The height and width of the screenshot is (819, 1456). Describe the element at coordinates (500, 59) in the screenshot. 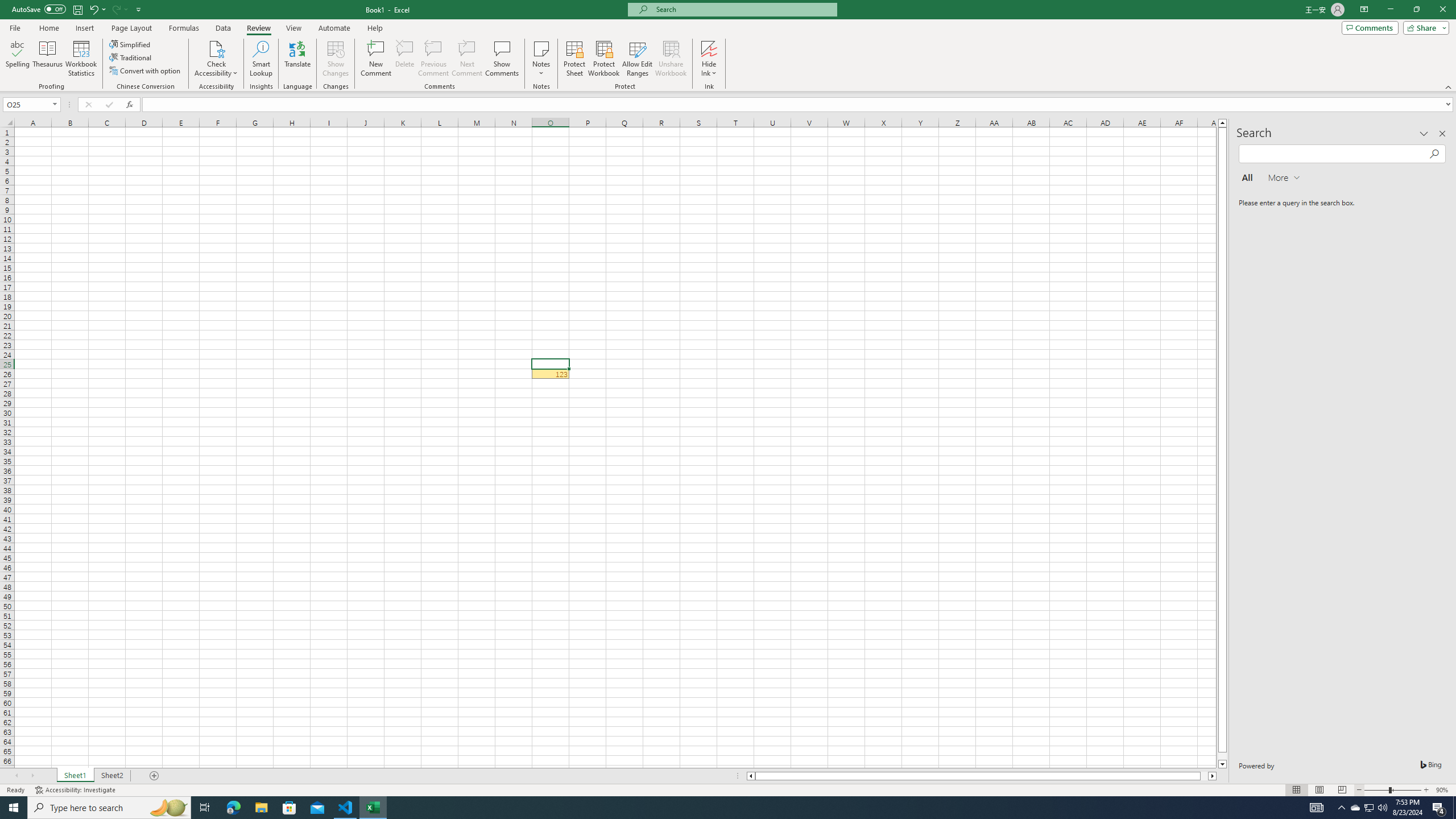

I see `'Show Comments'` at that location.